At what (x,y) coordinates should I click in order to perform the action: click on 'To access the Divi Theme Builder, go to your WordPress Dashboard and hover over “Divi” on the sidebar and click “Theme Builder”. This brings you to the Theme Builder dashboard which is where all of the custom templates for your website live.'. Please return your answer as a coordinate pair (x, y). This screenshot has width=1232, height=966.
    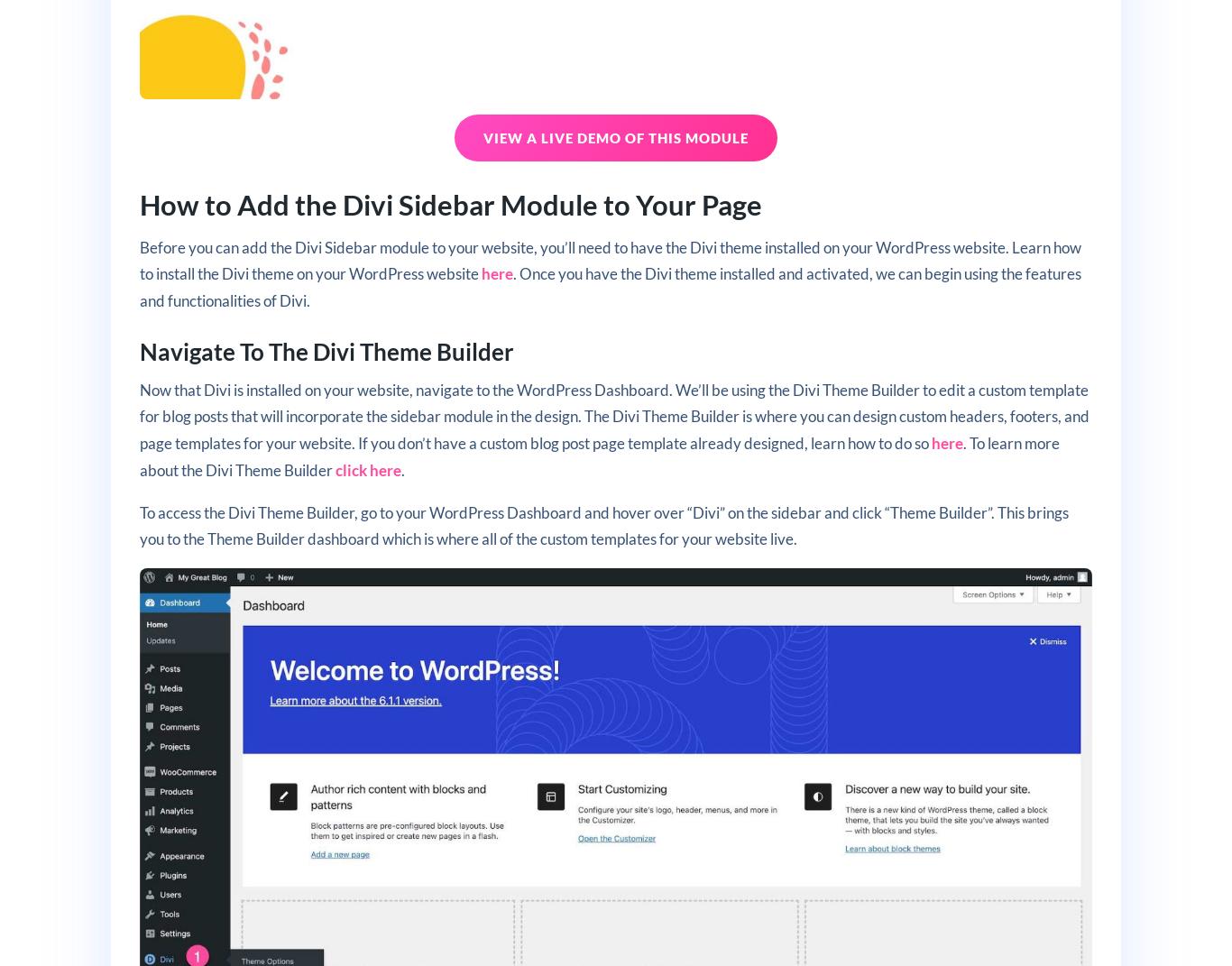
    Looking at the image, I should click on (602, 525).